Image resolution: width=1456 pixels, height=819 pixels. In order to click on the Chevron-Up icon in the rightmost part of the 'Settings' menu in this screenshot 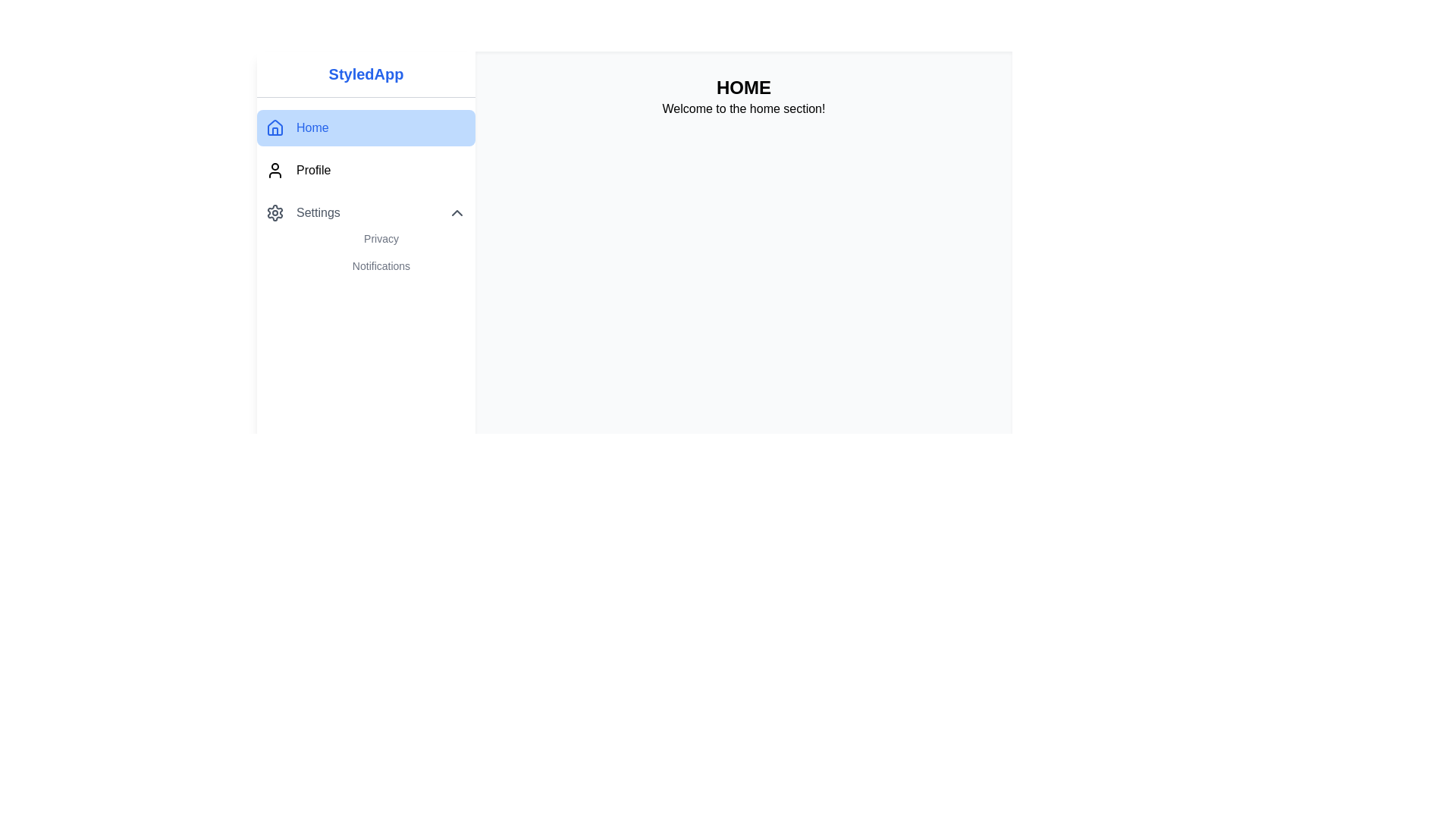, I will do `click(457, 213)`.